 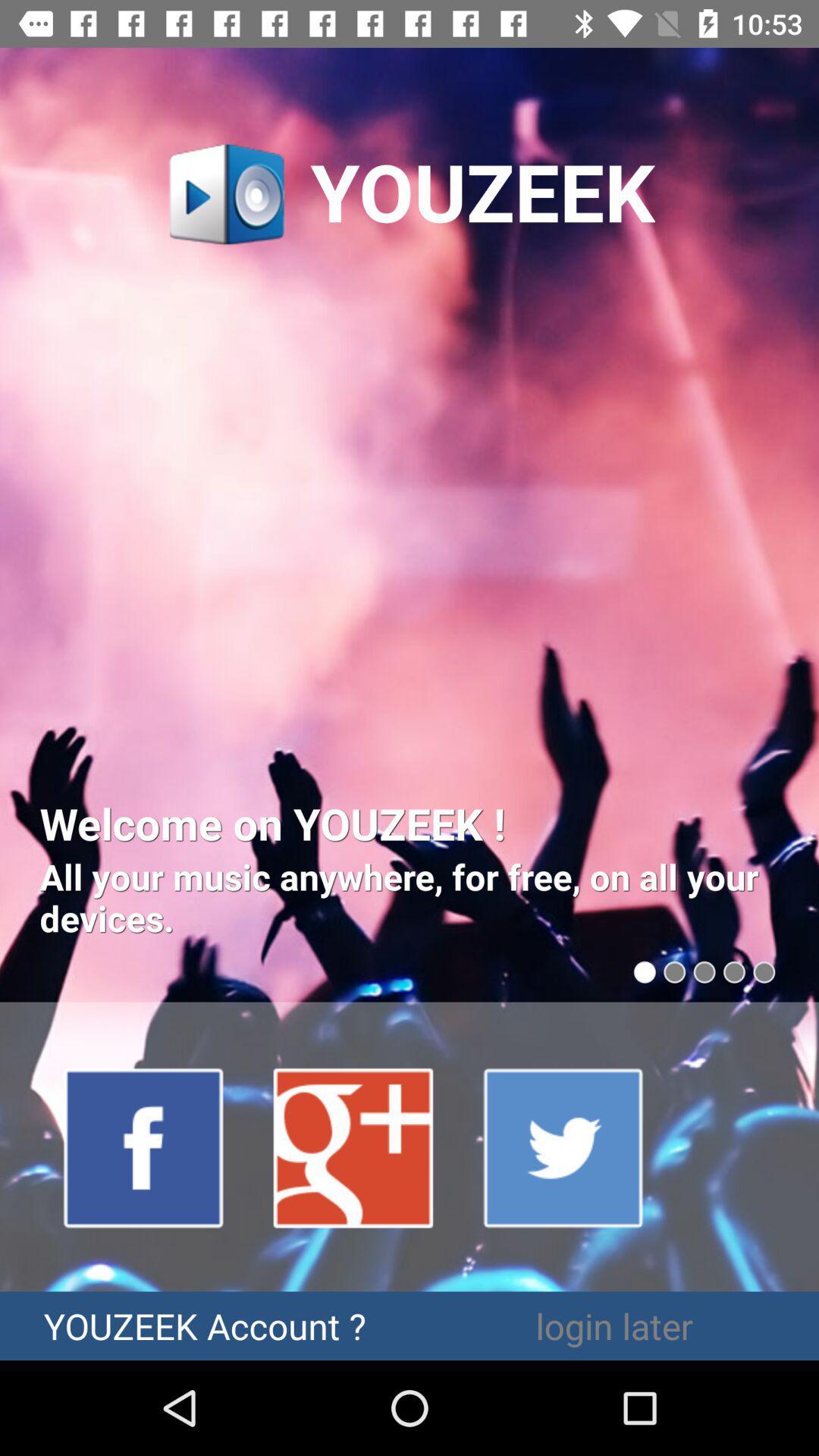 What do you see at coordinates (564, 1147) in the screenshot?
I see `twitter` at bounding box center [564, 1147].